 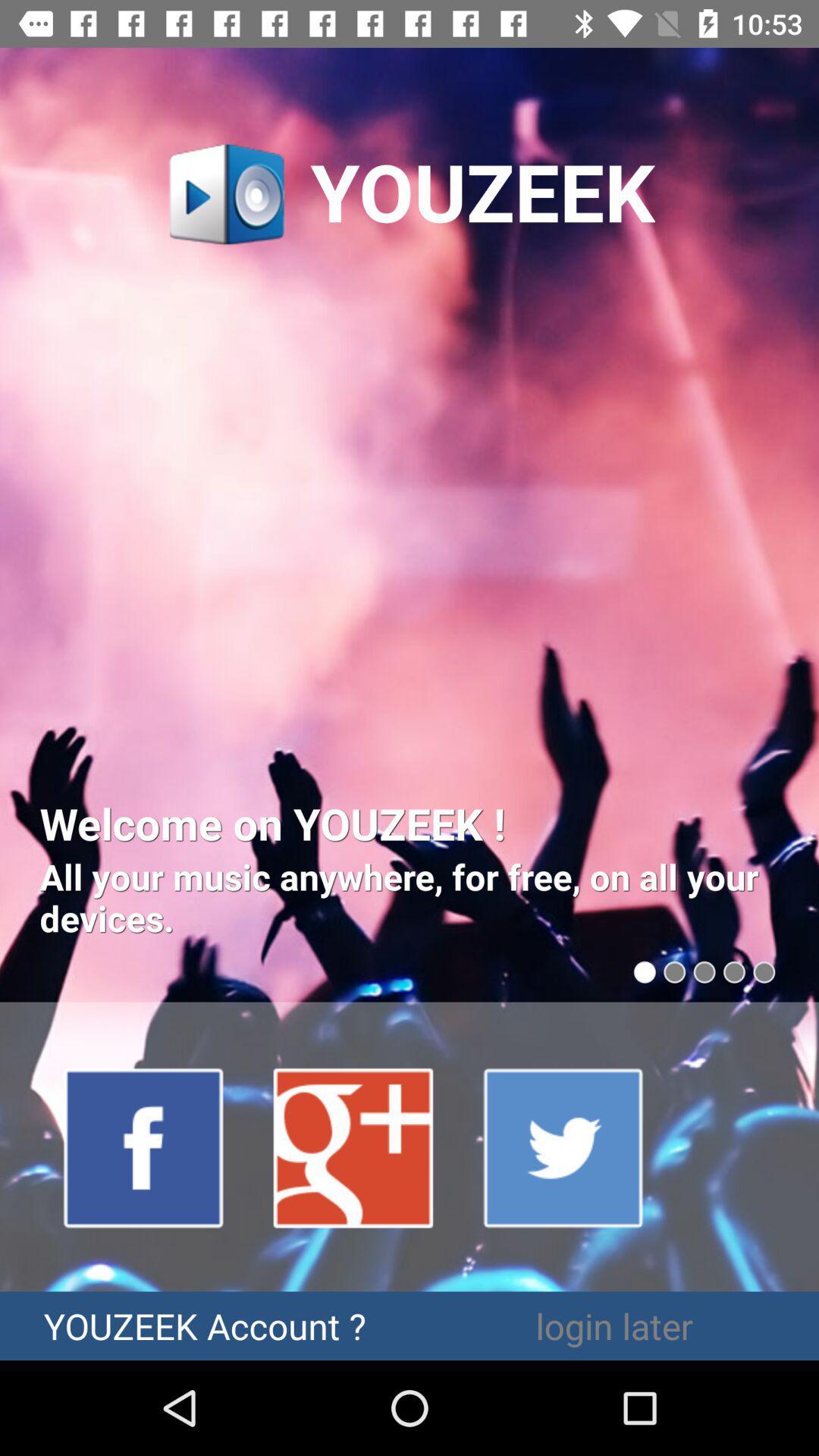 What do you see at coordinates (564, 1147) in the screenshot?
I see `twitter` at bounding box center [564, 1147].